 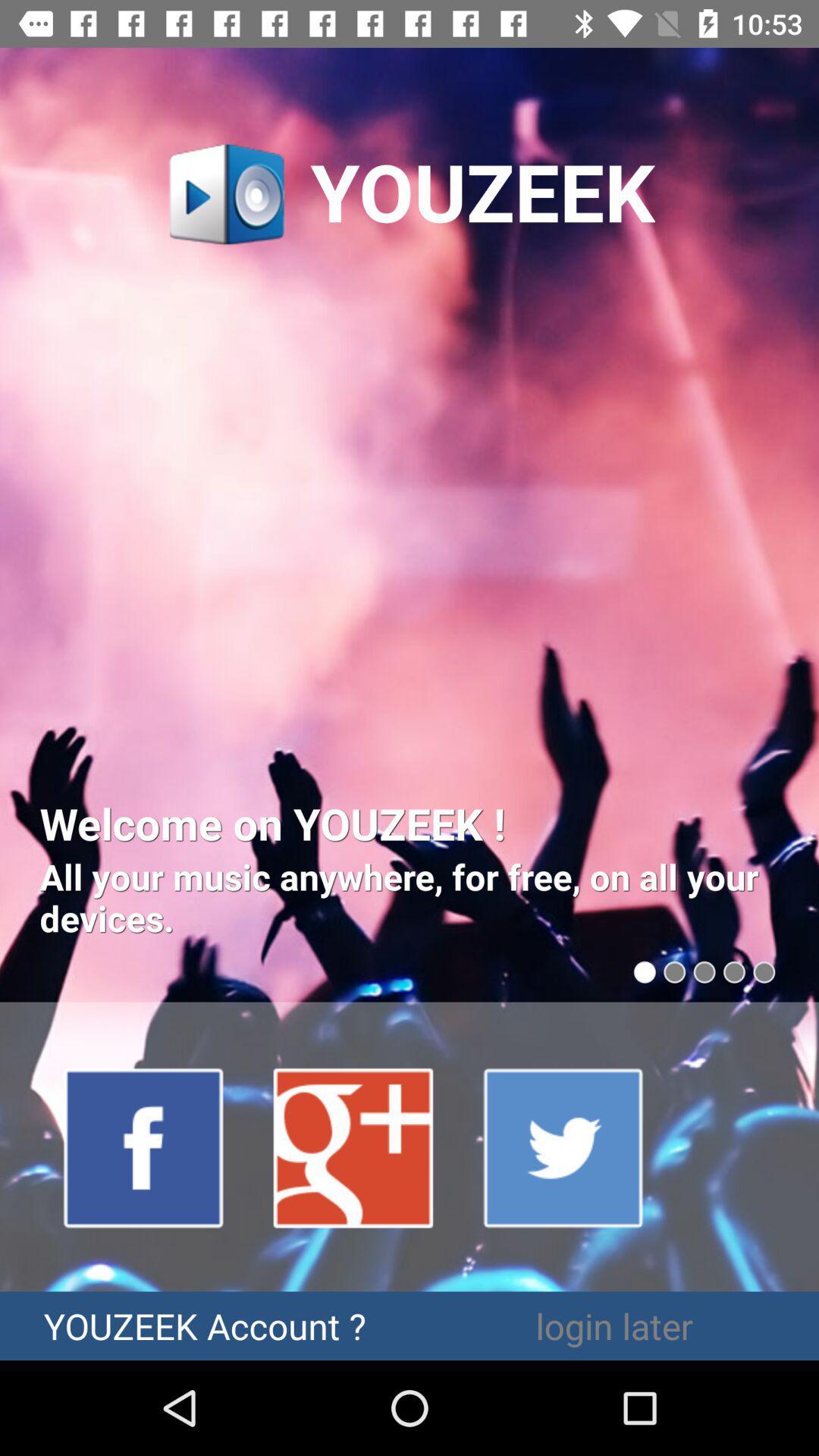 What do you see at coordinates (564, 1147) in the screenshot?
I see `twitter` at bounding box center [564, 1147].